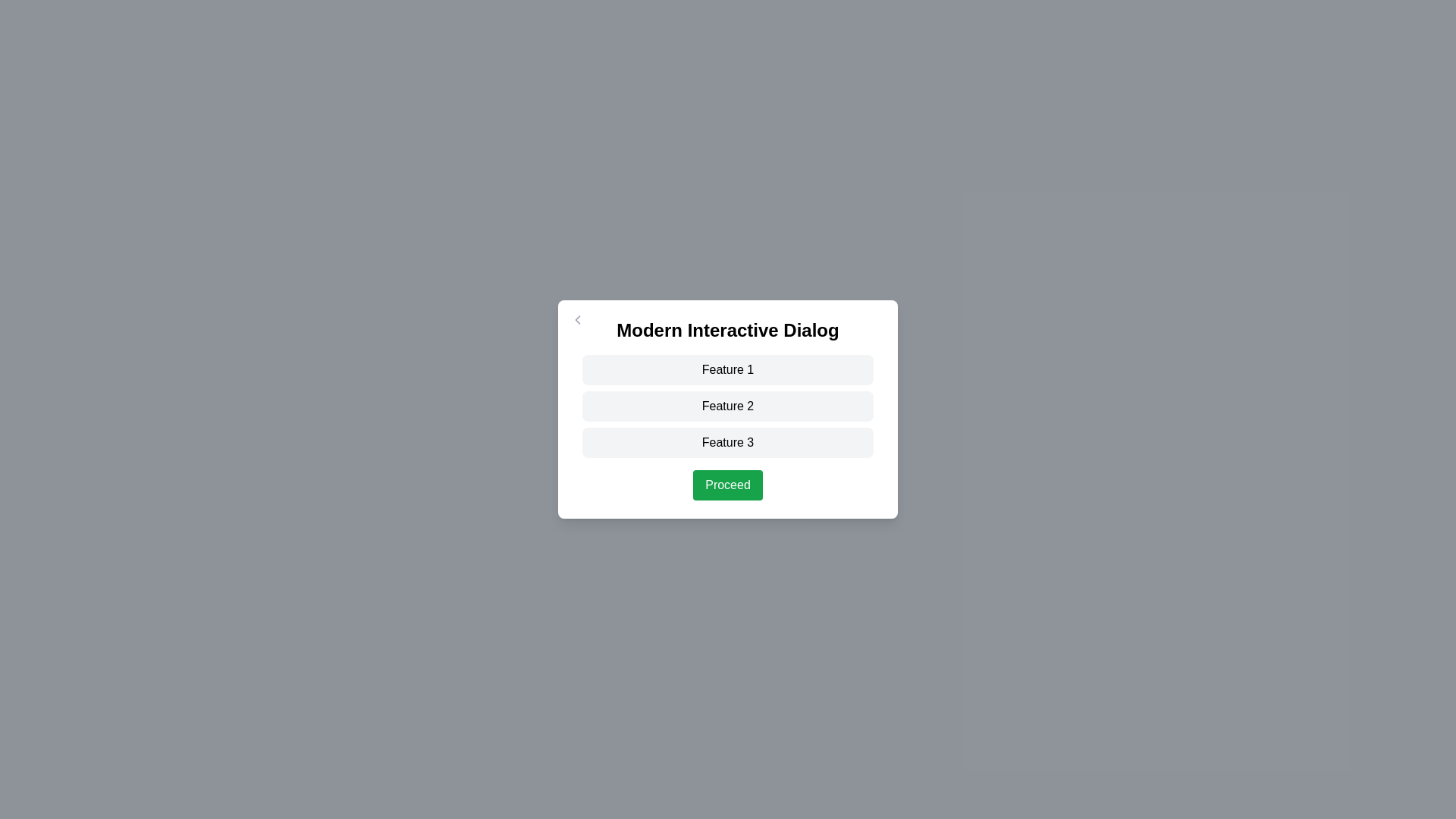  What do you see at coordinates (577, 318) in the screenshot?
I see `the close button to dismiss the dialog` at bounding box center [577, 318].